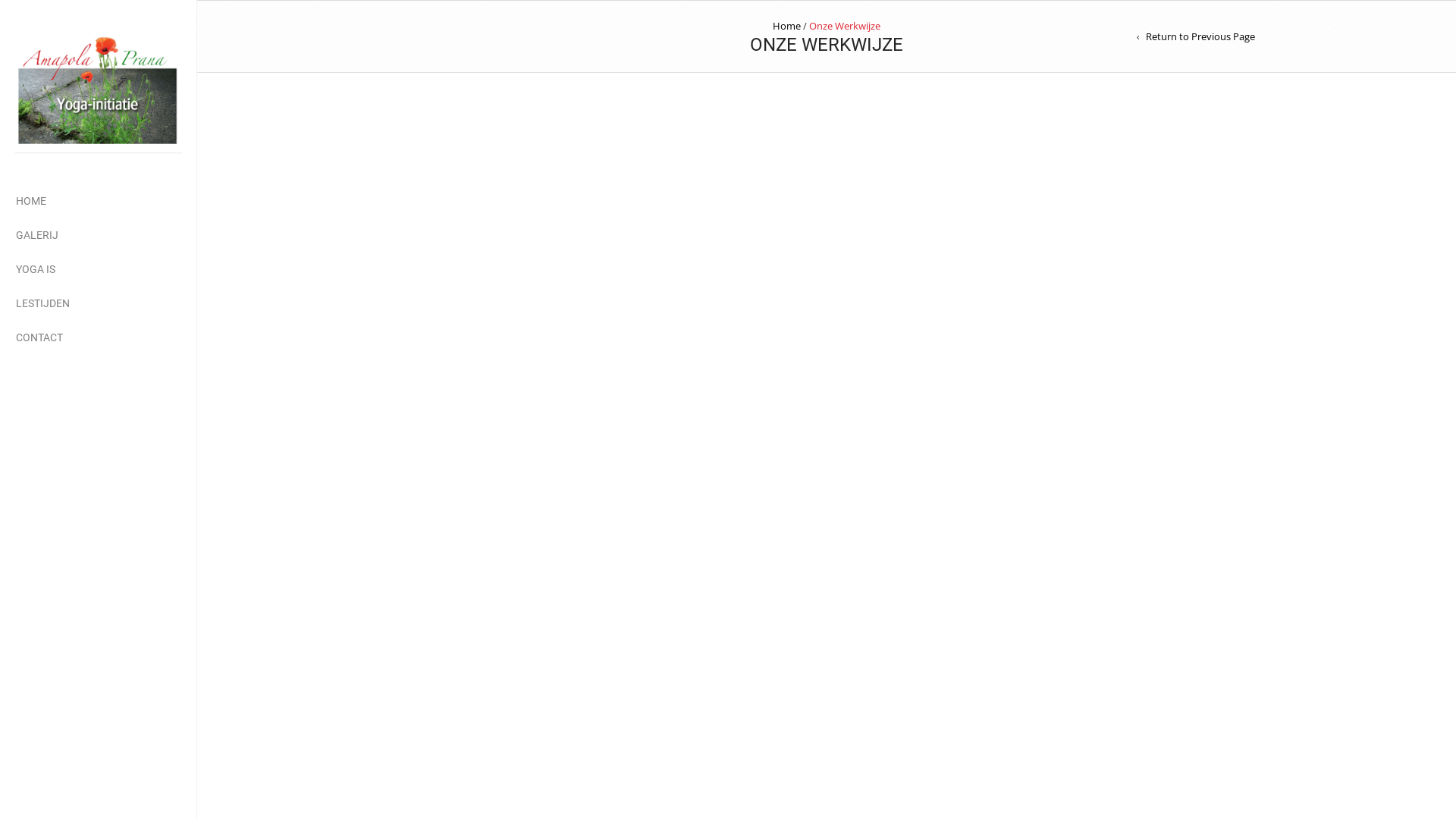 The width and height of the screenshot is (1456, 819). Describe the element at coordinates (36, 268) in the screenshot. I see `'YOGA IS'` at that location.